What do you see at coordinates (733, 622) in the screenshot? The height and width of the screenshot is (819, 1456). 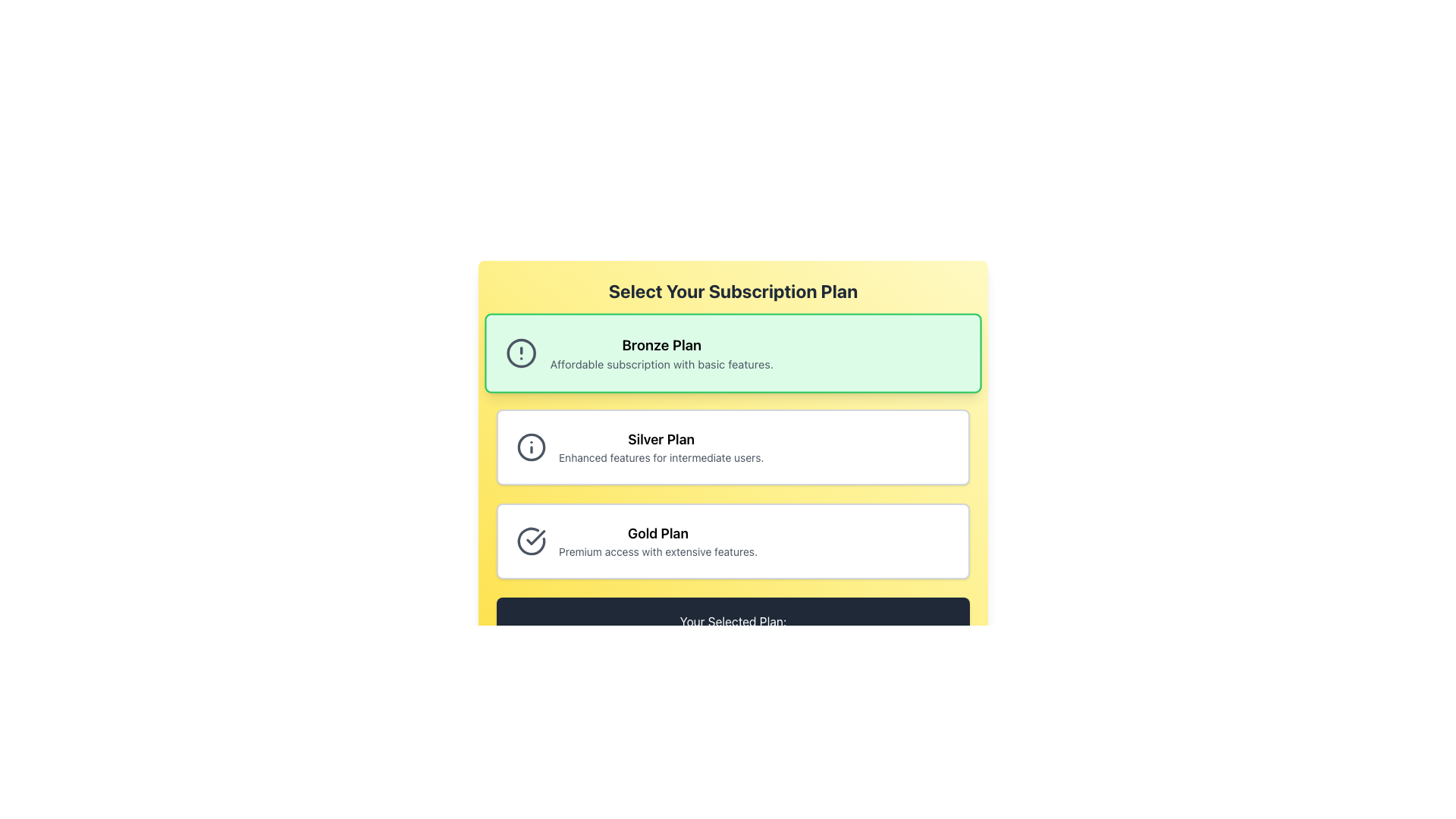 I see `the text label 'Your Selected Plan:' which is located in the lower section of the interface and serves as a label for the Bronze Plan section` at bounding box center [733, 622].